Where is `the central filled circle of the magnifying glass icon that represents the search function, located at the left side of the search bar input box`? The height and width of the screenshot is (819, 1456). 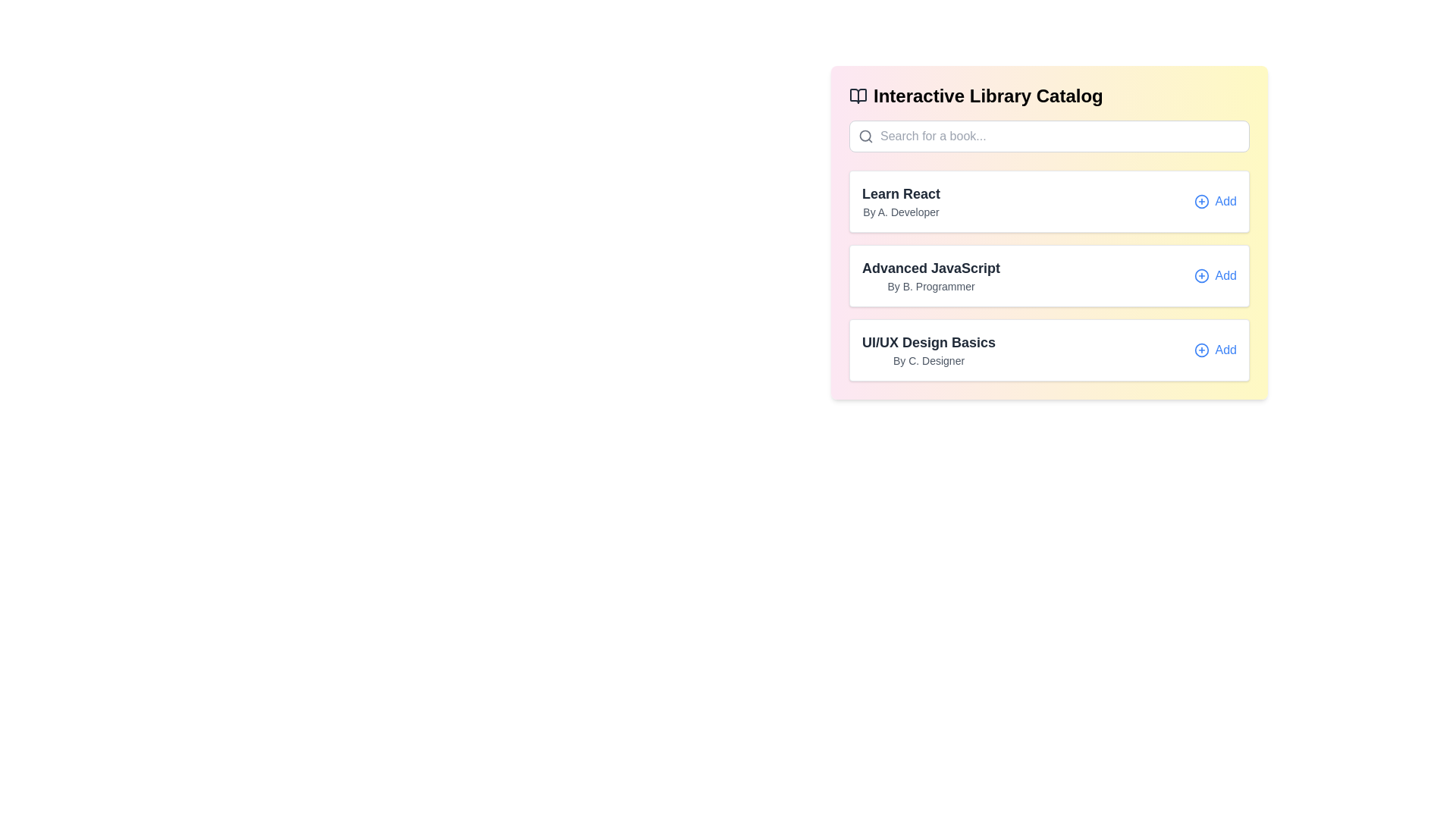 the central filled circle of the magnifying glass icon that represents the search function, located at the left side of the search bar input box is located at coordinates (865, 135).